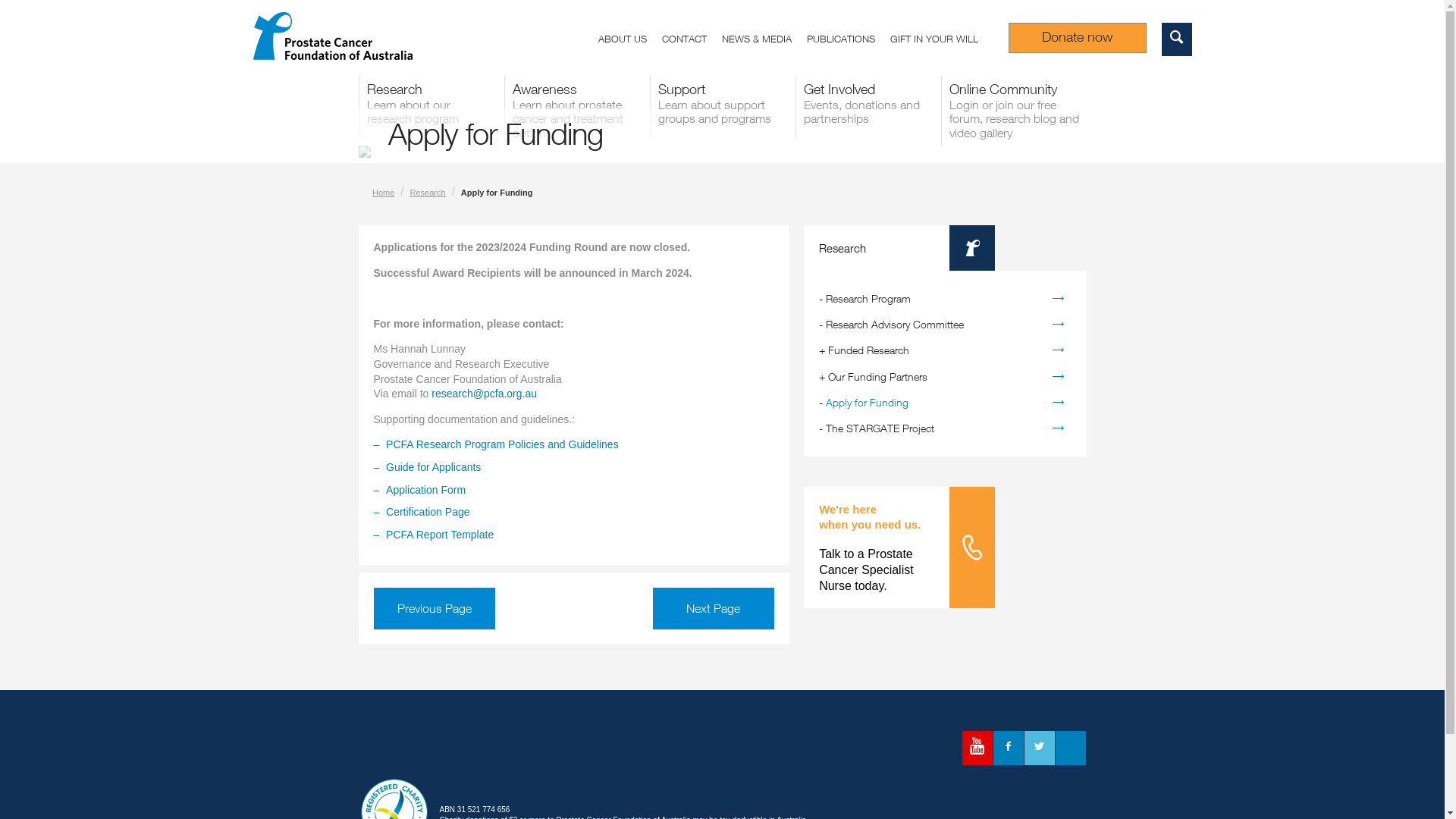 This screenshot has width=1456, height=819. What do you see at coordinates (944, 376) in the screenshot?
I see `'+ Our Funding Partners'` at bounding box center [944, 376].